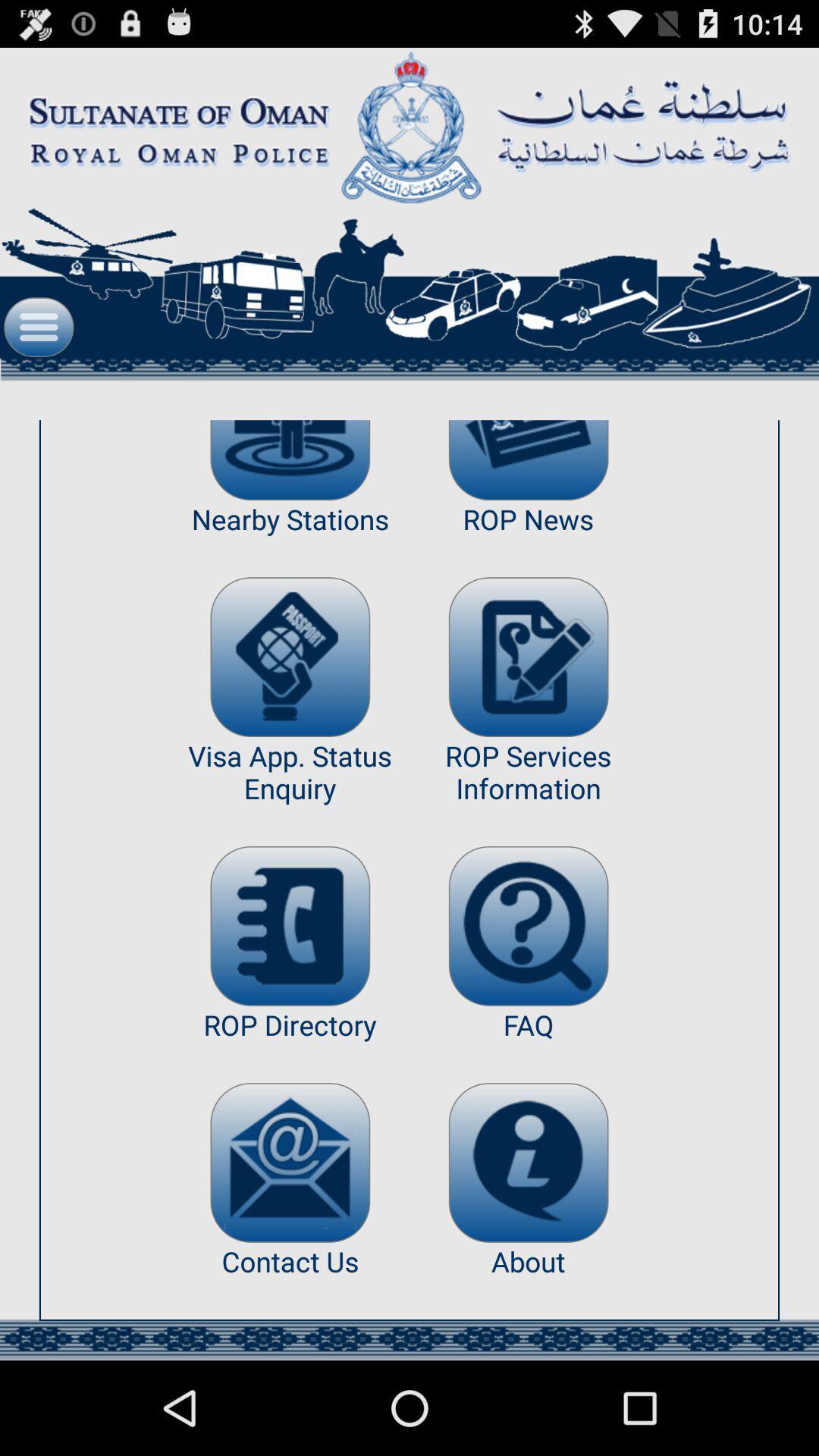  What do you see at coordinates (528, 1162) in the screenshot?
I see `icon to learn about application` at bounding box center [528, 1162].